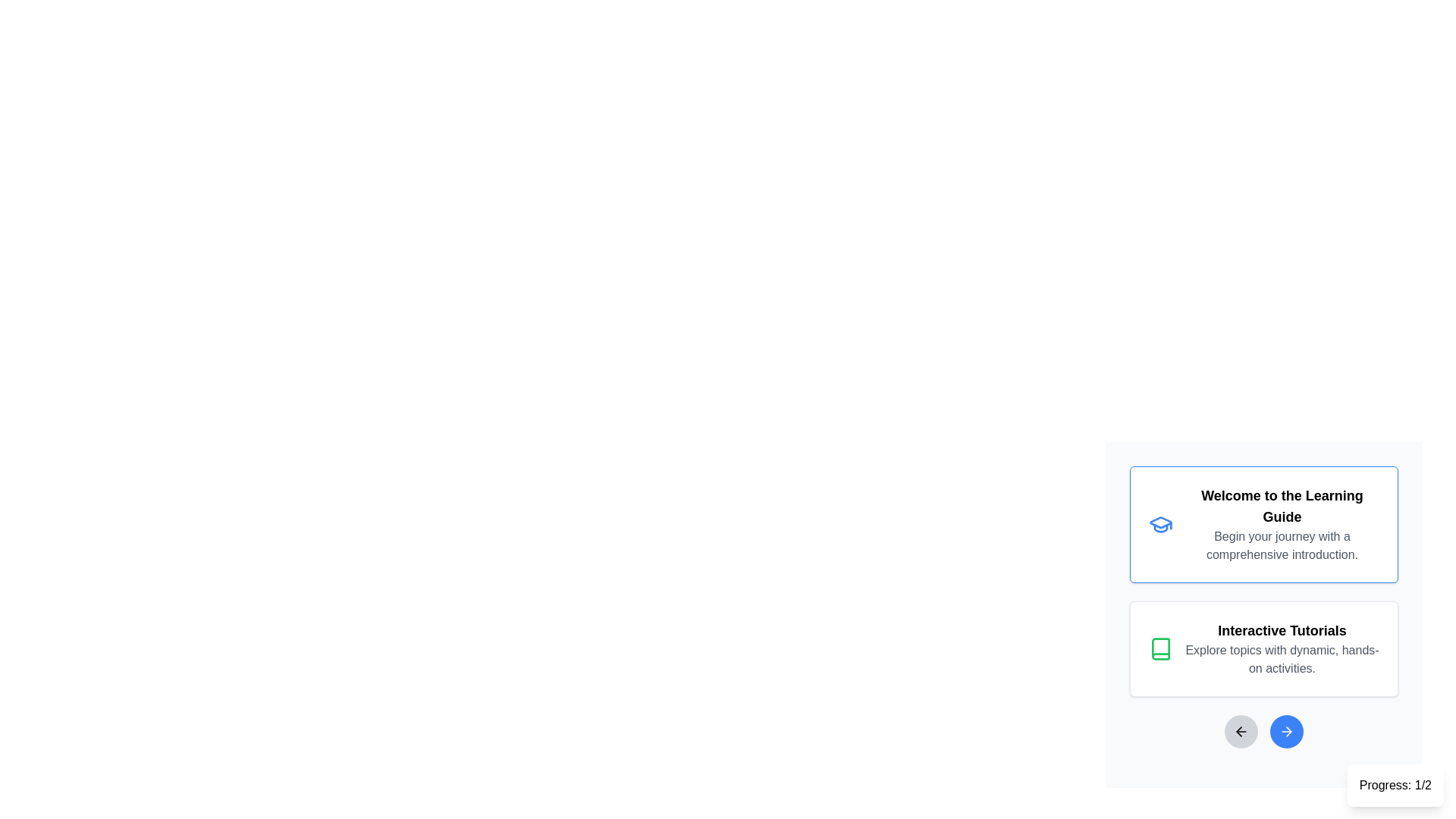  Describe the element at coordinates (1263, 730) in the screenshot. I see `the blue circular button with a right-pointing arrow` at that location.